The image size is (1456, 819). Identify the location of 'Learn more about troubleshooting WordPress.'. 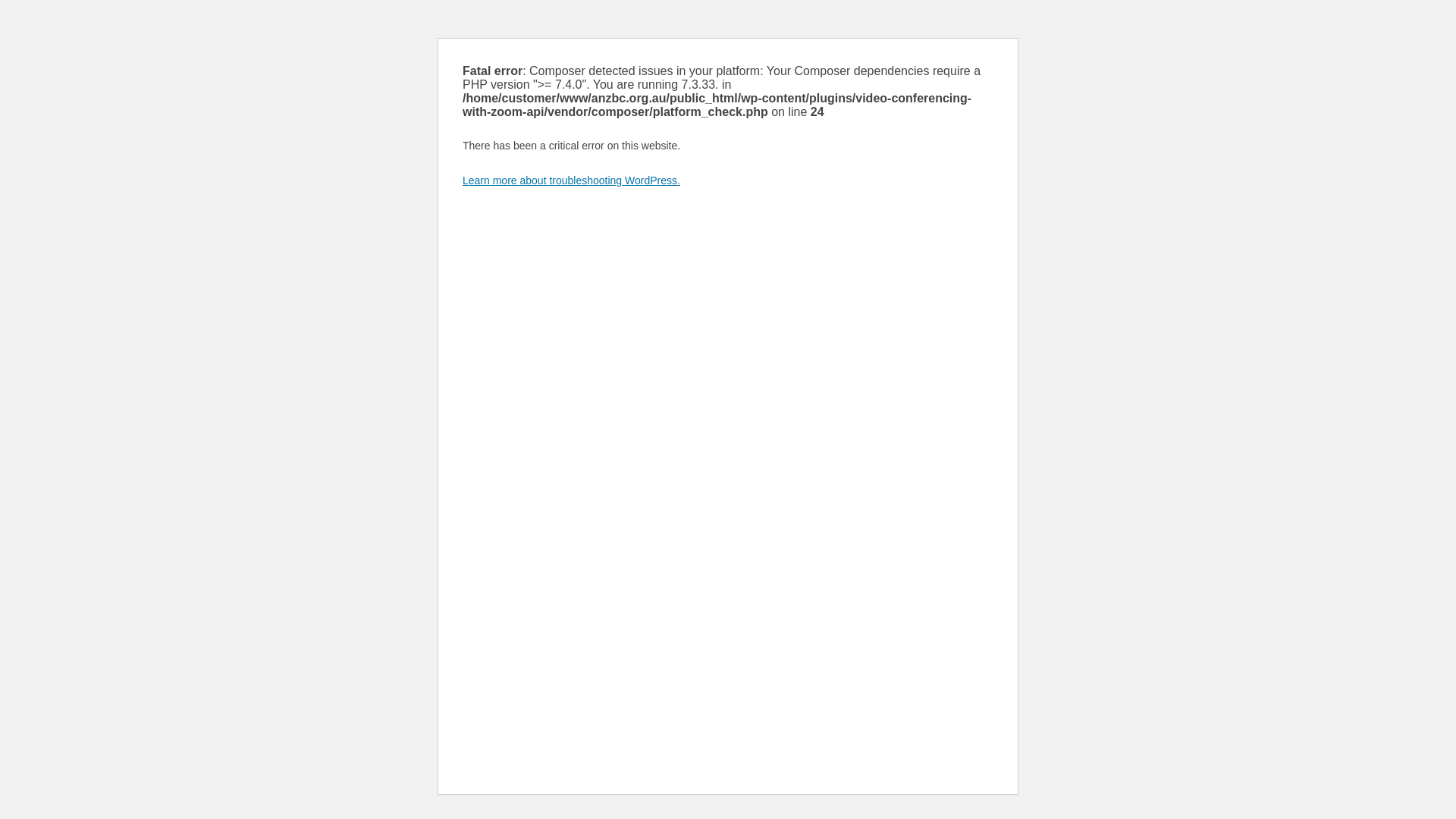
(570, 180).